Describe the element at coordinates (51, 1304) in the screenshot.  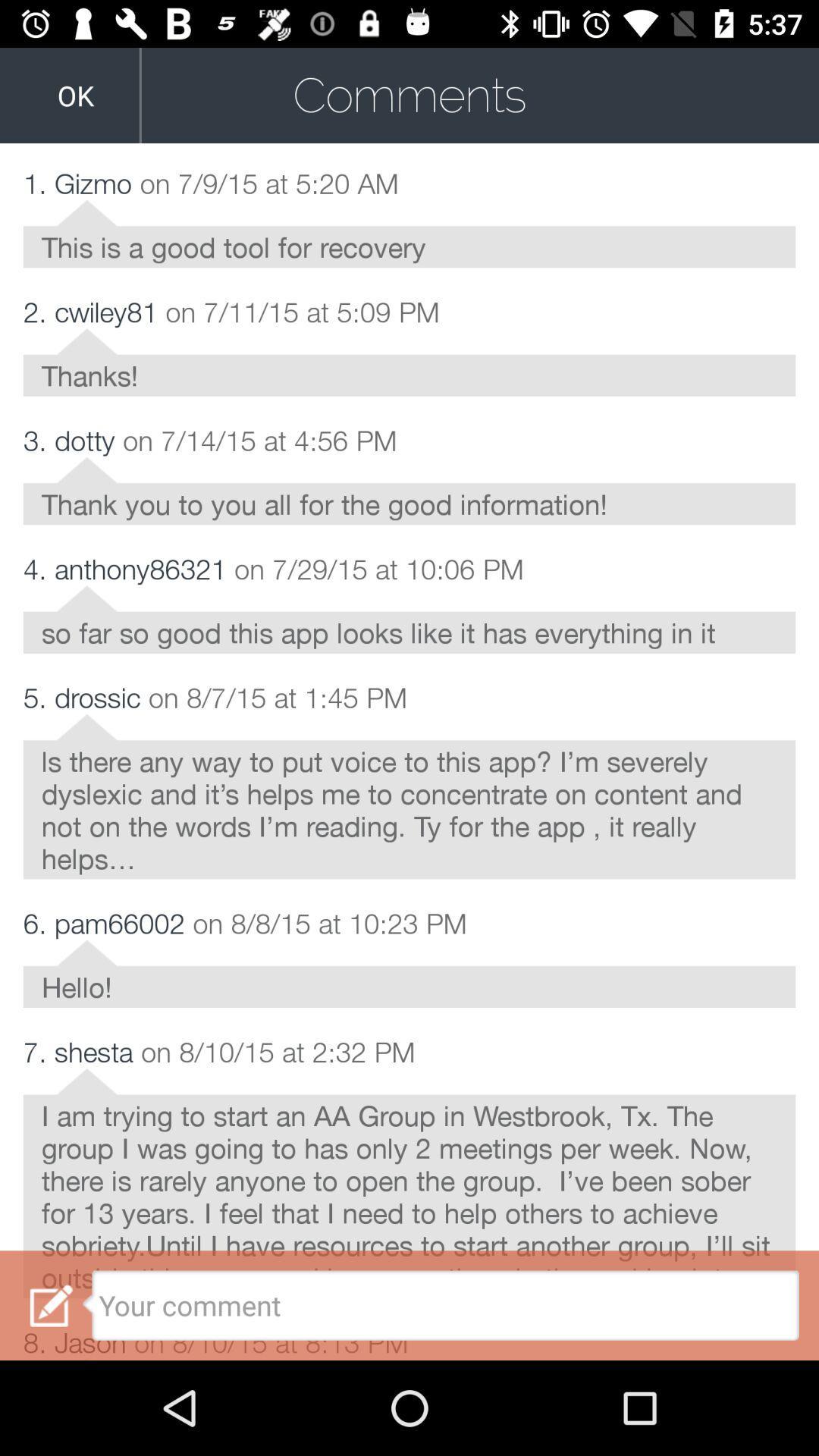
I see `the icon beside your comment` at that location.